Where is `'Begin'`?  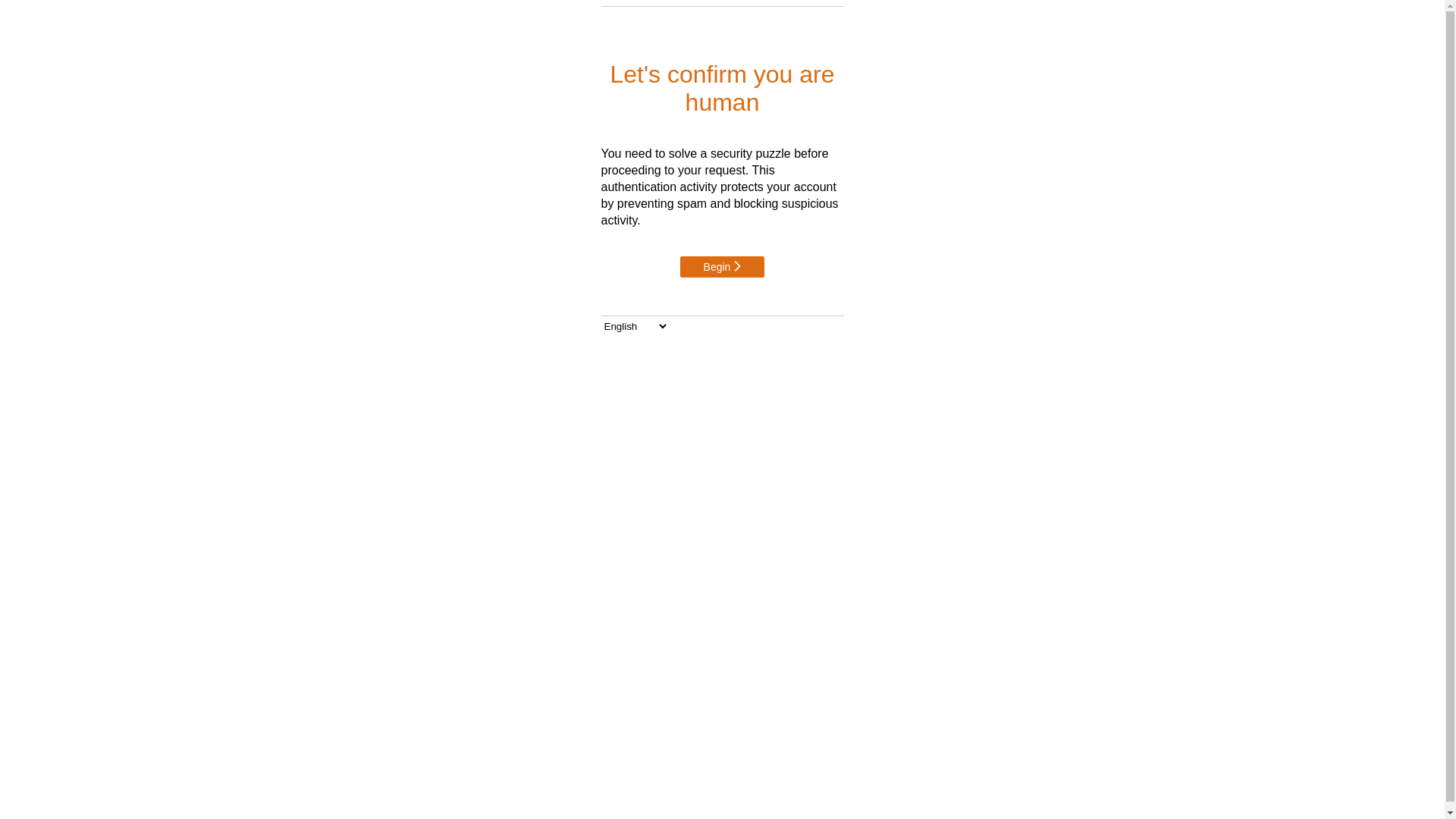 'Begin' is located at coordinates (679, 265).